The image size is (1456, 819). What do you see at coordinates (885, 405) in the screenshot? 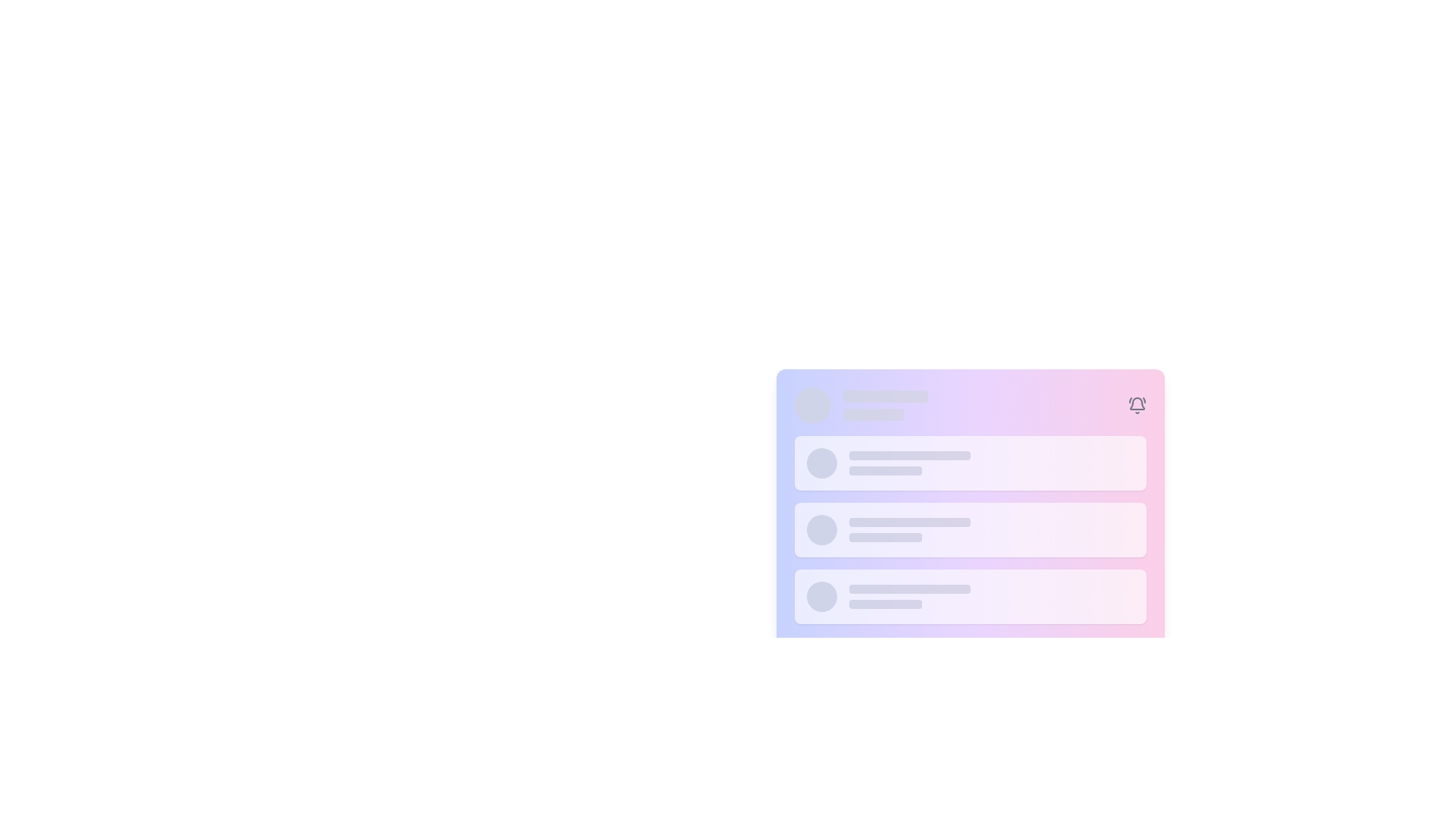
I see `the animation of the Placeholder component located to the immediate right of a circular placeholder icon and above two stacked elements in the top-left quadrant of the interface` at bounding box center [885, 405].